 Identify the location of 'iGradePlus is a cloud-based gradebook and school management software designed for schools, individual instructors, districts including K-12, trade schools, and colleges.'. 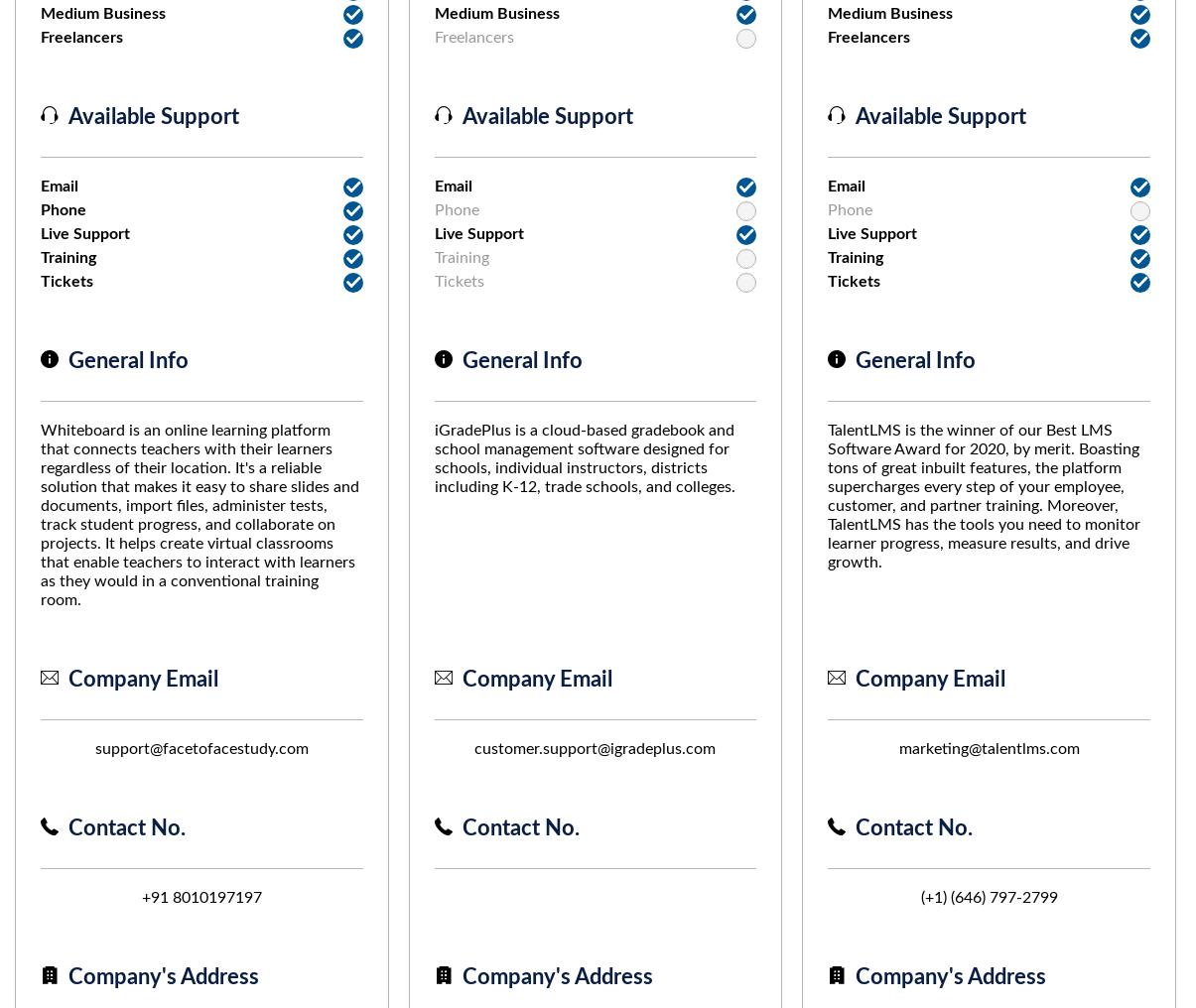
(583, 458).